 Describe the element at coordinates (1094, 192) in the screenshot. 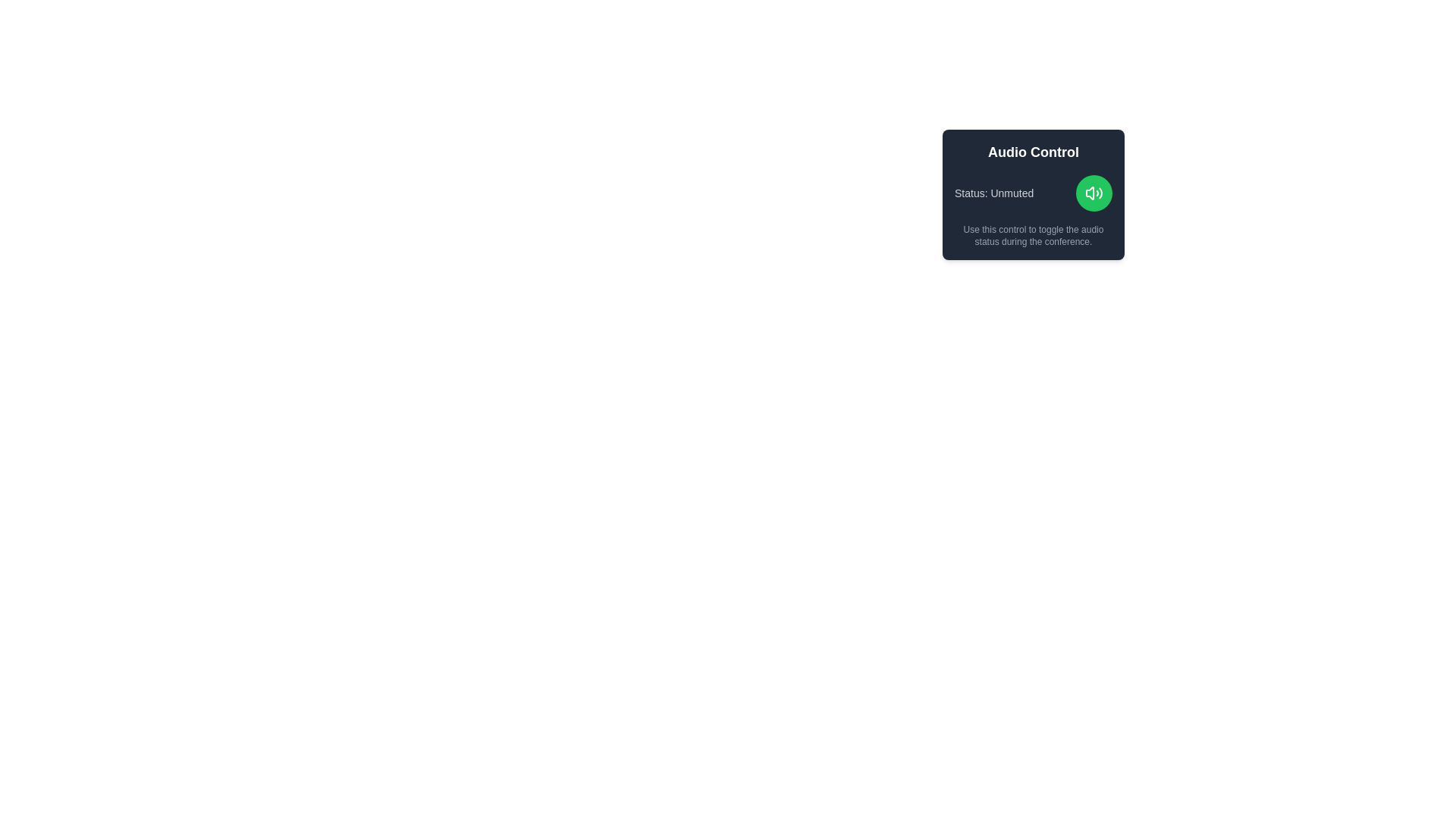

I see `the audio wave icon located inside the green circular button in the 'Audio Control' section on the right side of the interface` at that location.